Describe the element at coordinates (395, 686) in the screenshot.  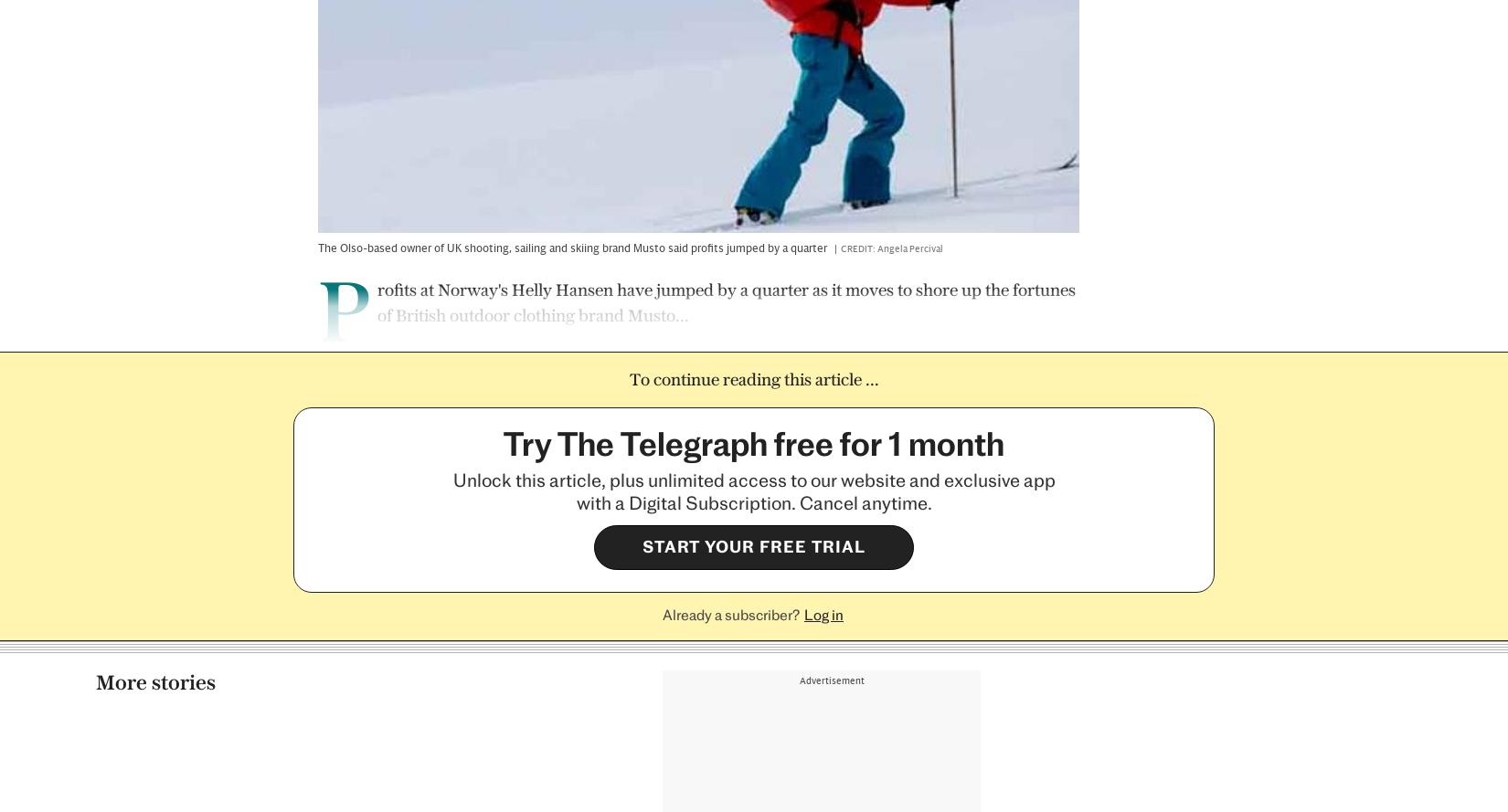
I see `'Telegraph Reporters'` at that location.